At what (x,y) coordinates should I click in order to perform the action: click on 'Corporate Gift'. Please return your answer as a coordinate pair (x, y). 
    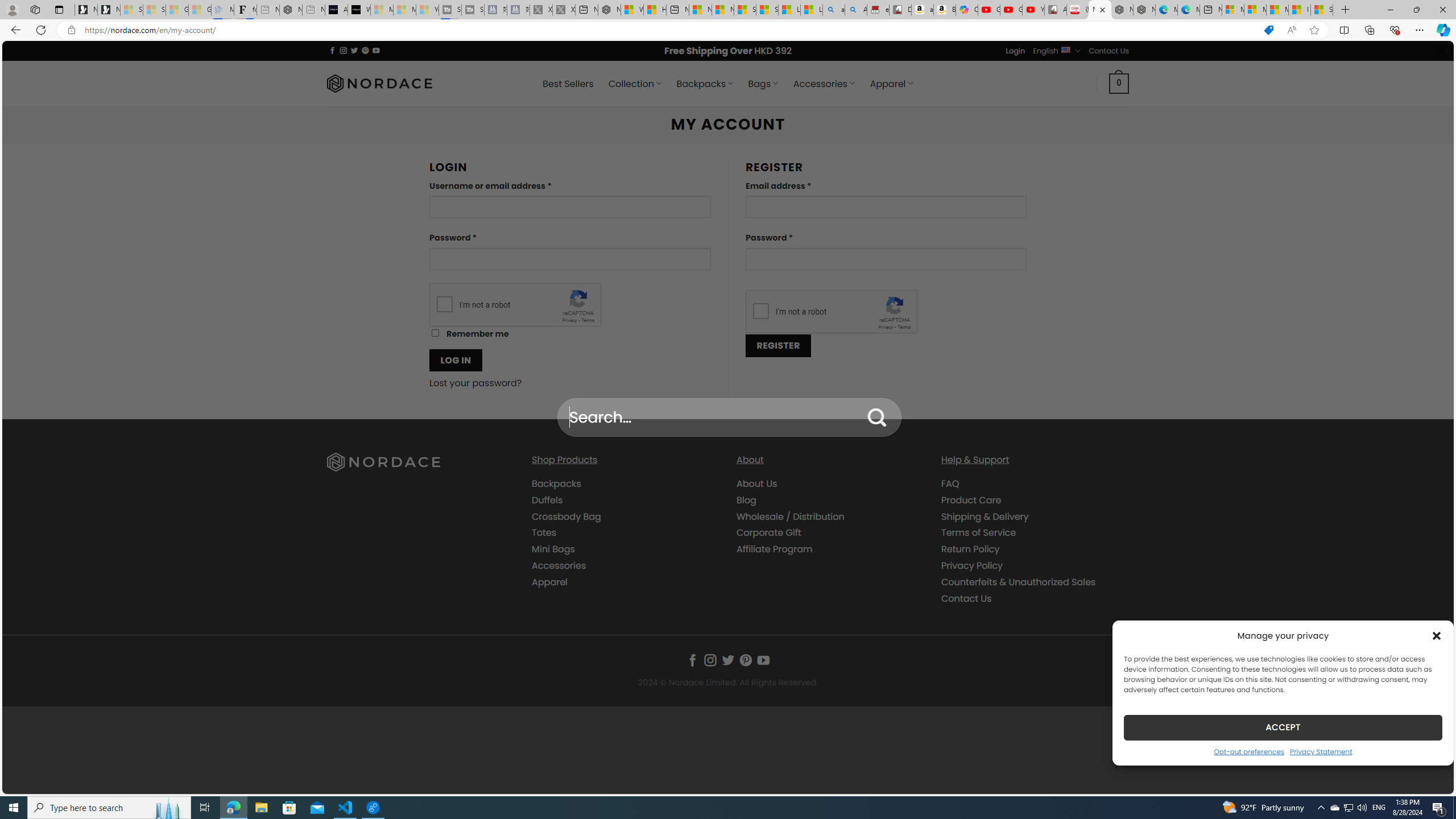
    Looking at the image, I should click on (830, 533).